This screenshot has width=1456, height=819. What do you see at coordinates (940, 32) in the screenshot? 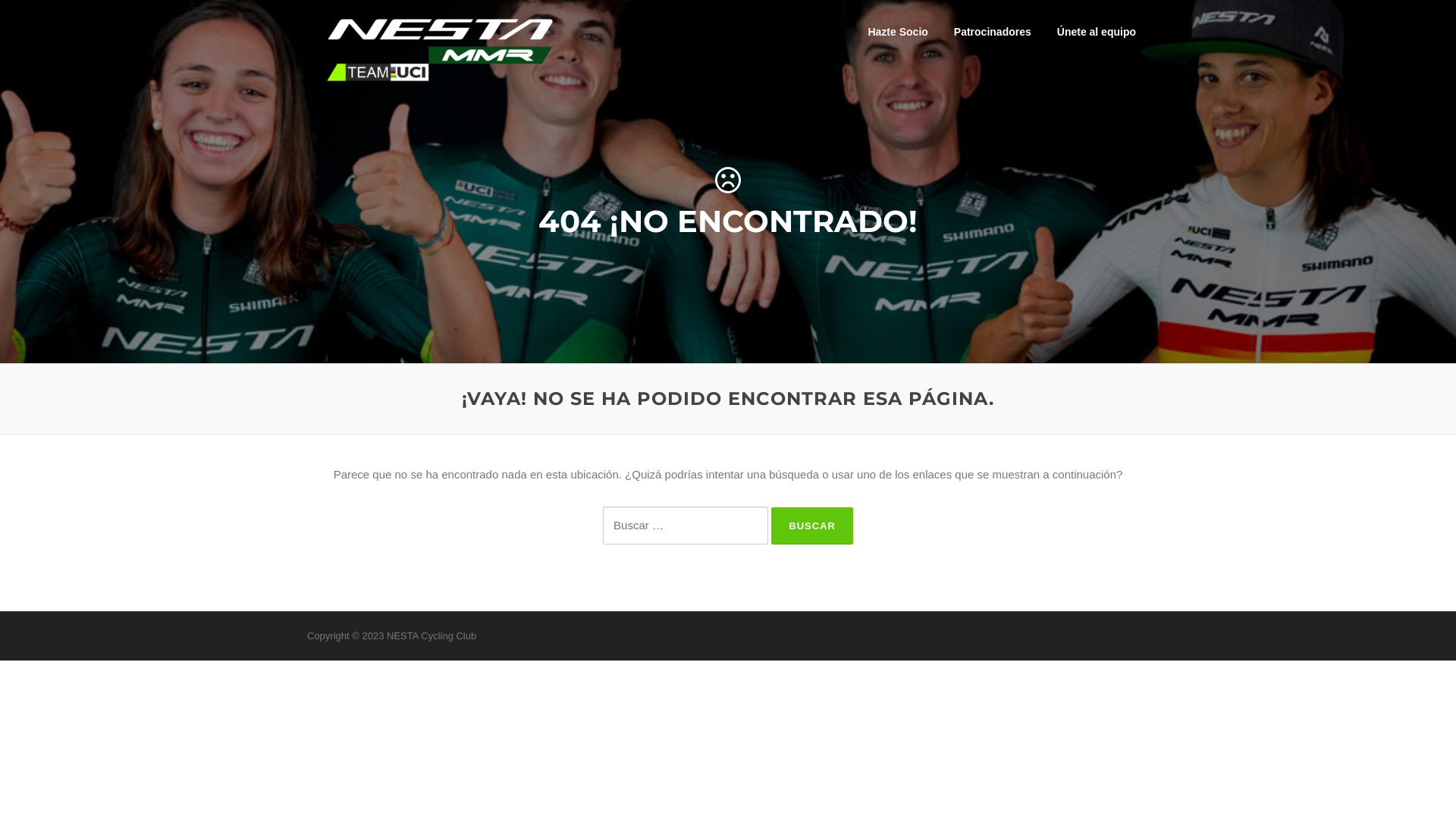
I see `'Patrocinadores'` at bounding box center [940, 32].